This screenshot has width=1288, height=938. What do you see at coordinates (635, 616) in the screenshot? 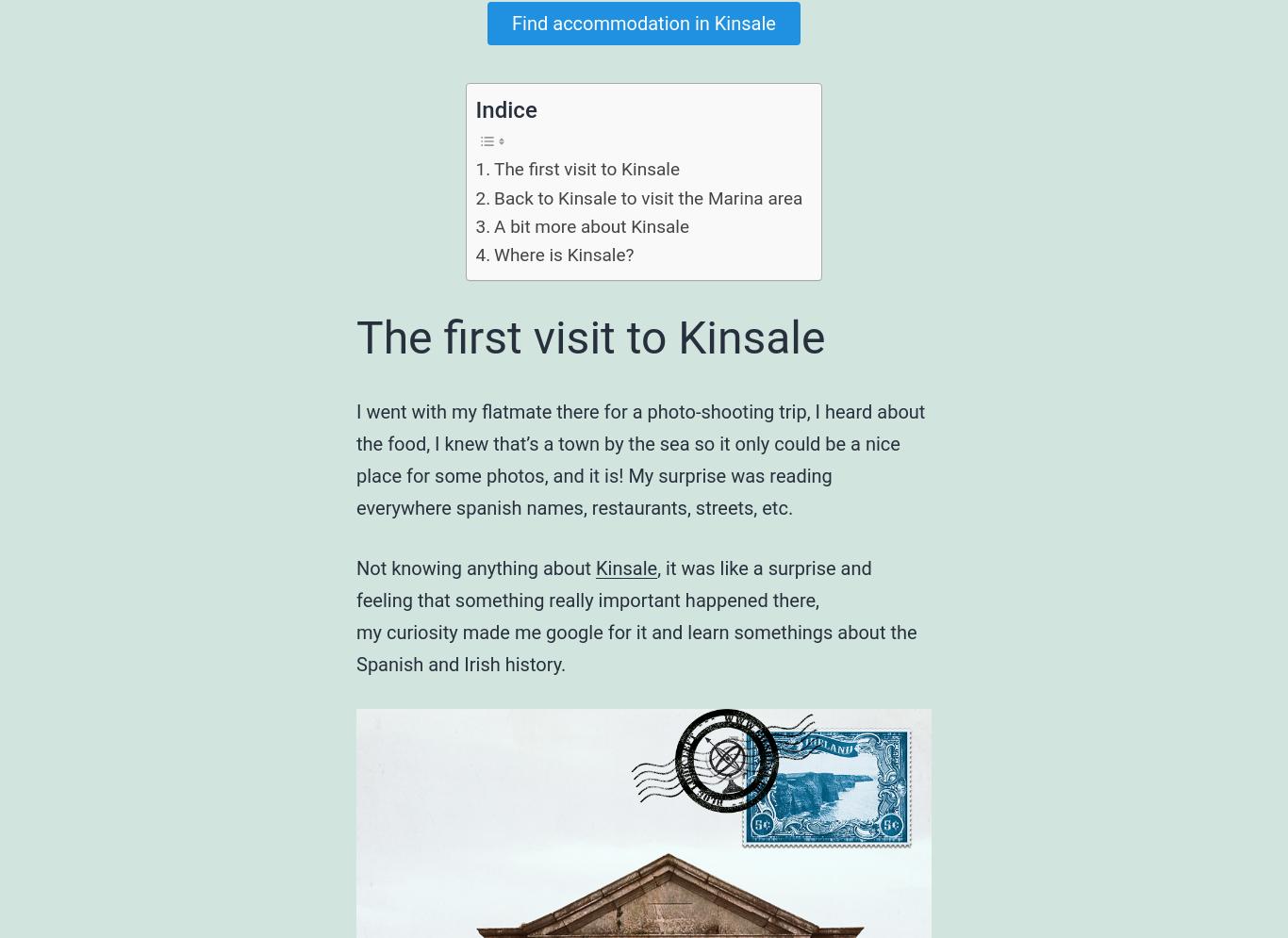
I see `', it was like a surprise and feeling that something really important happened there, my curiosity made me google for it and learn somethings about the Spanish and Irish history.'` at bounding box center [635, 616].